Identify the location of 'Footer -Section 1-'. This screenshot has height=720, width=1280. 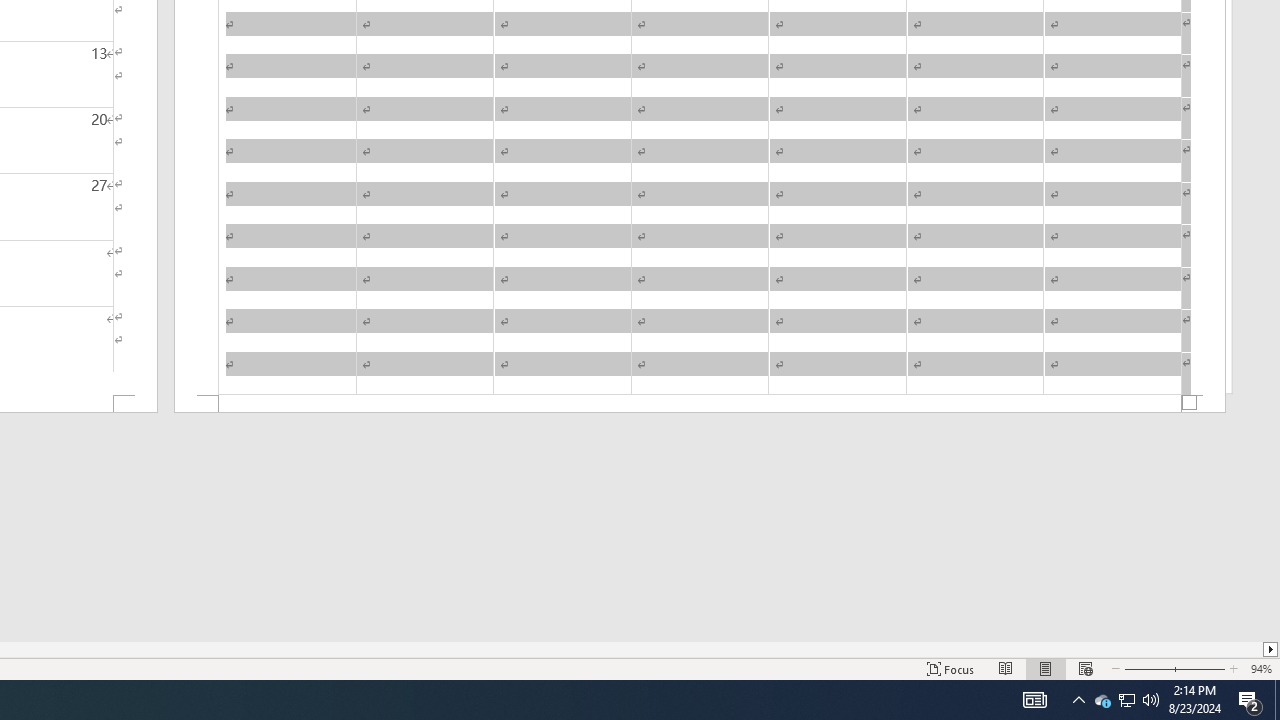
(700, 404).